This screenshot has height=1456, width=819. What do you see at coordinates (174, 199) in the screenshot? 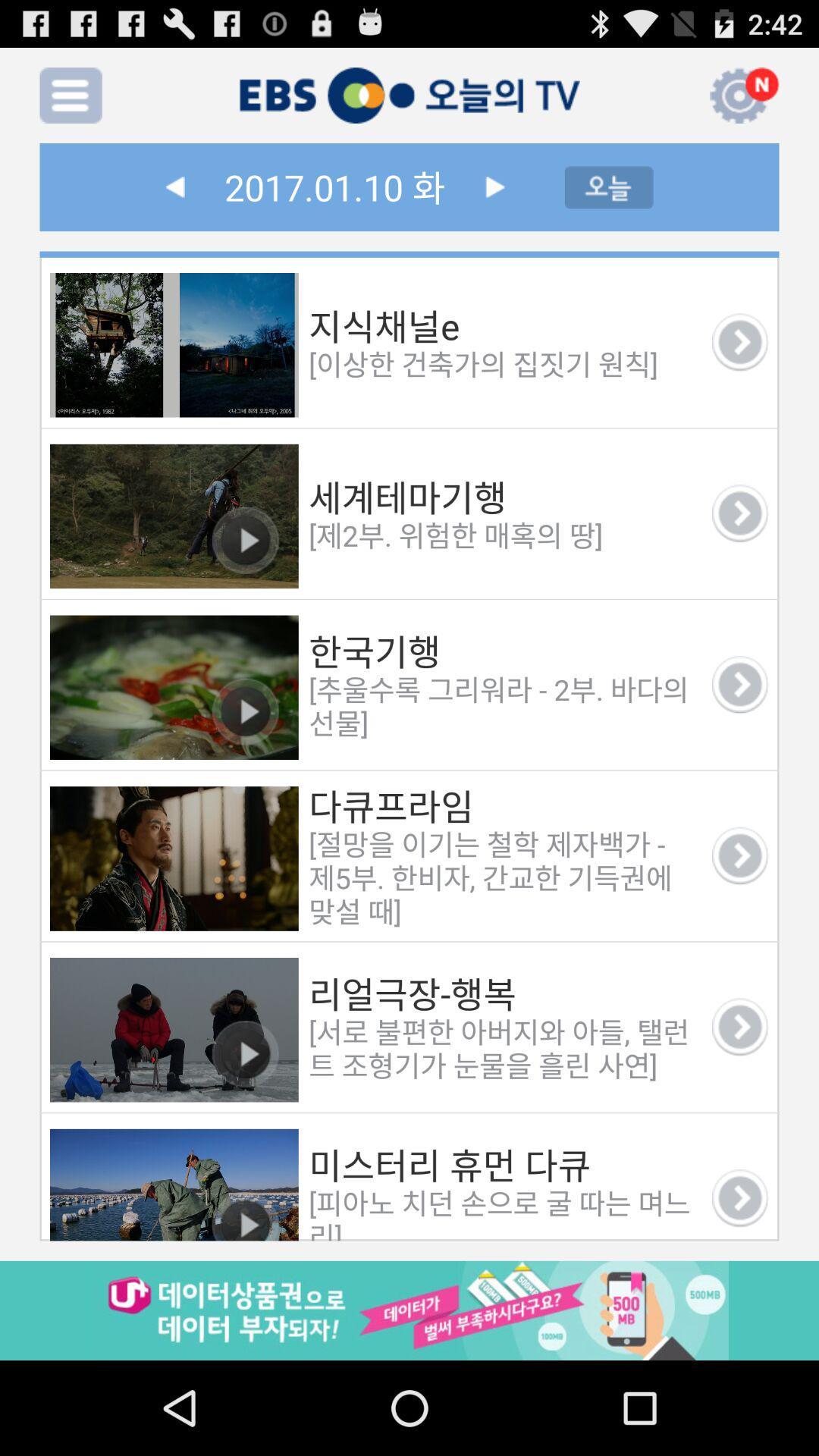
I see `the arrow_backward icon` at bounding box center [174, 199].